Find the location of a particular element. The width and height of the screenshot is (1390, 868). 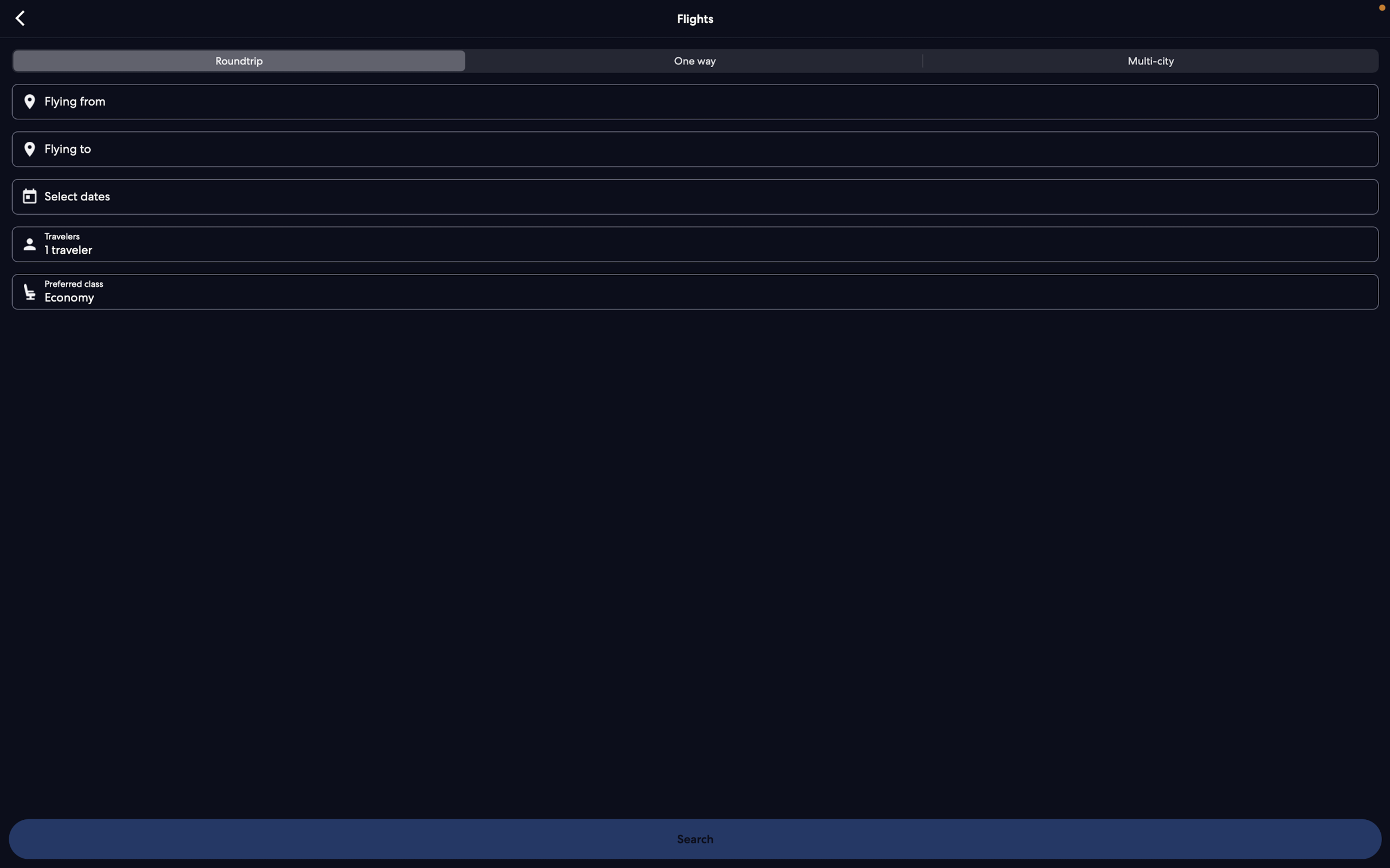

tab for multi-city flights is located at coordinates (1147, 63).